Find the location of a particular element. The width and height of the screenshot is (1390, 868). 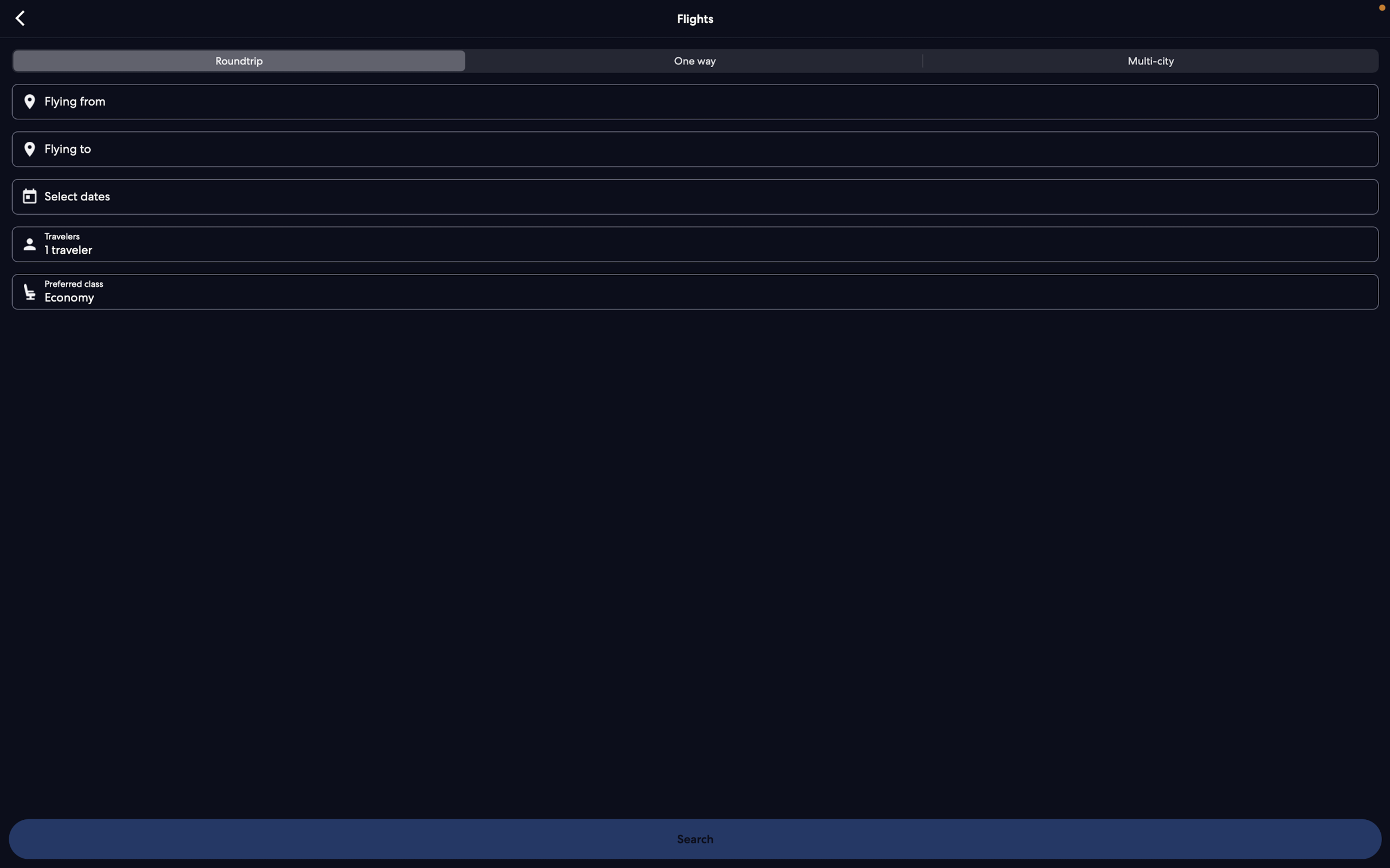

tab for multi-city flights is located at coordinates (1147, 63).